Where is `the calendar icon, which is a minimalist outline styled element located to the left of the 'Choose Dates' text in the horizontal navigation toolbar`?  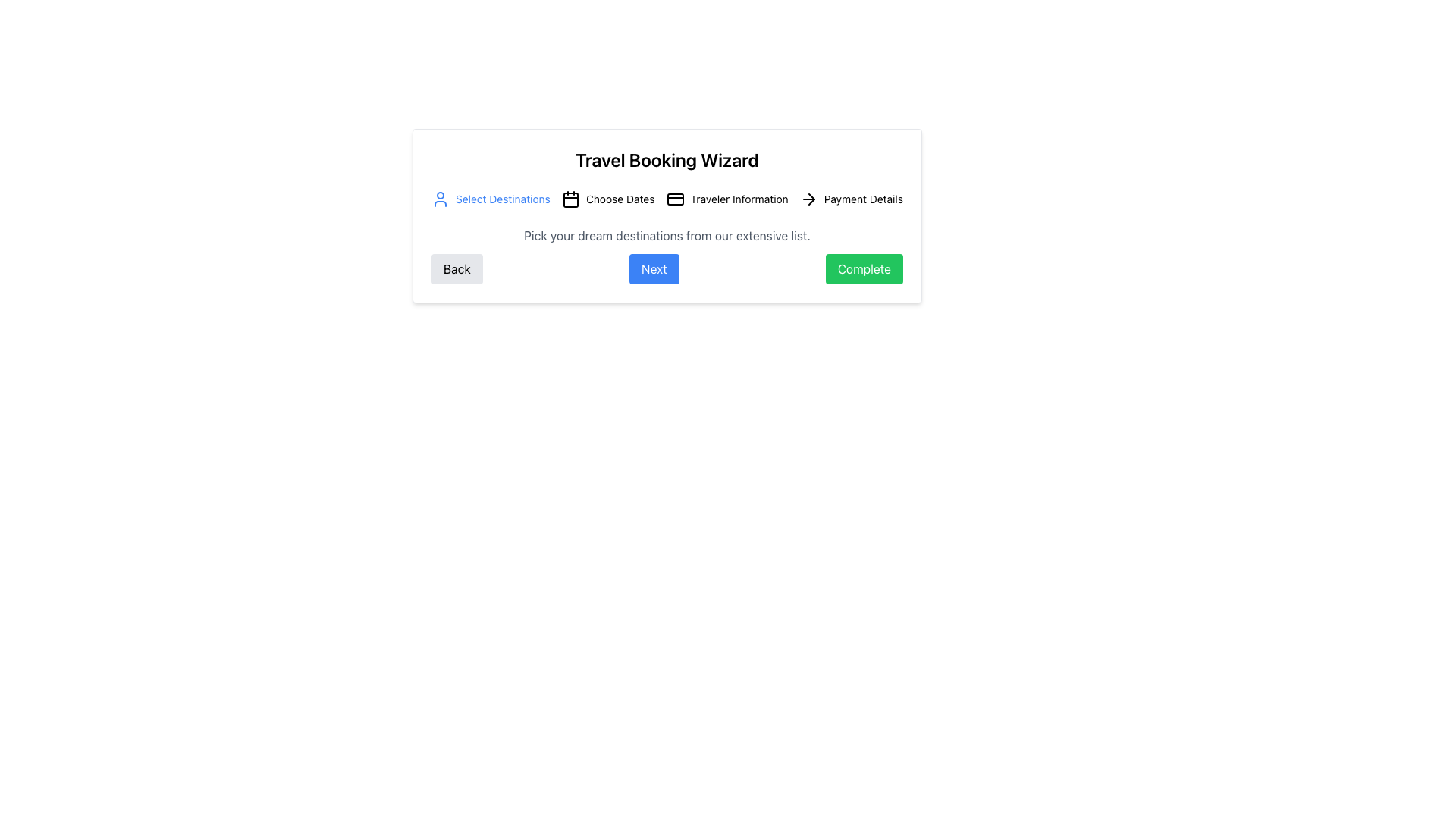
the calendar icon, which is a minimalist outline styled element located to the left of the 'Choose Dates' text in the horizontal navigation toolbar is located at coordinates (570, 198).